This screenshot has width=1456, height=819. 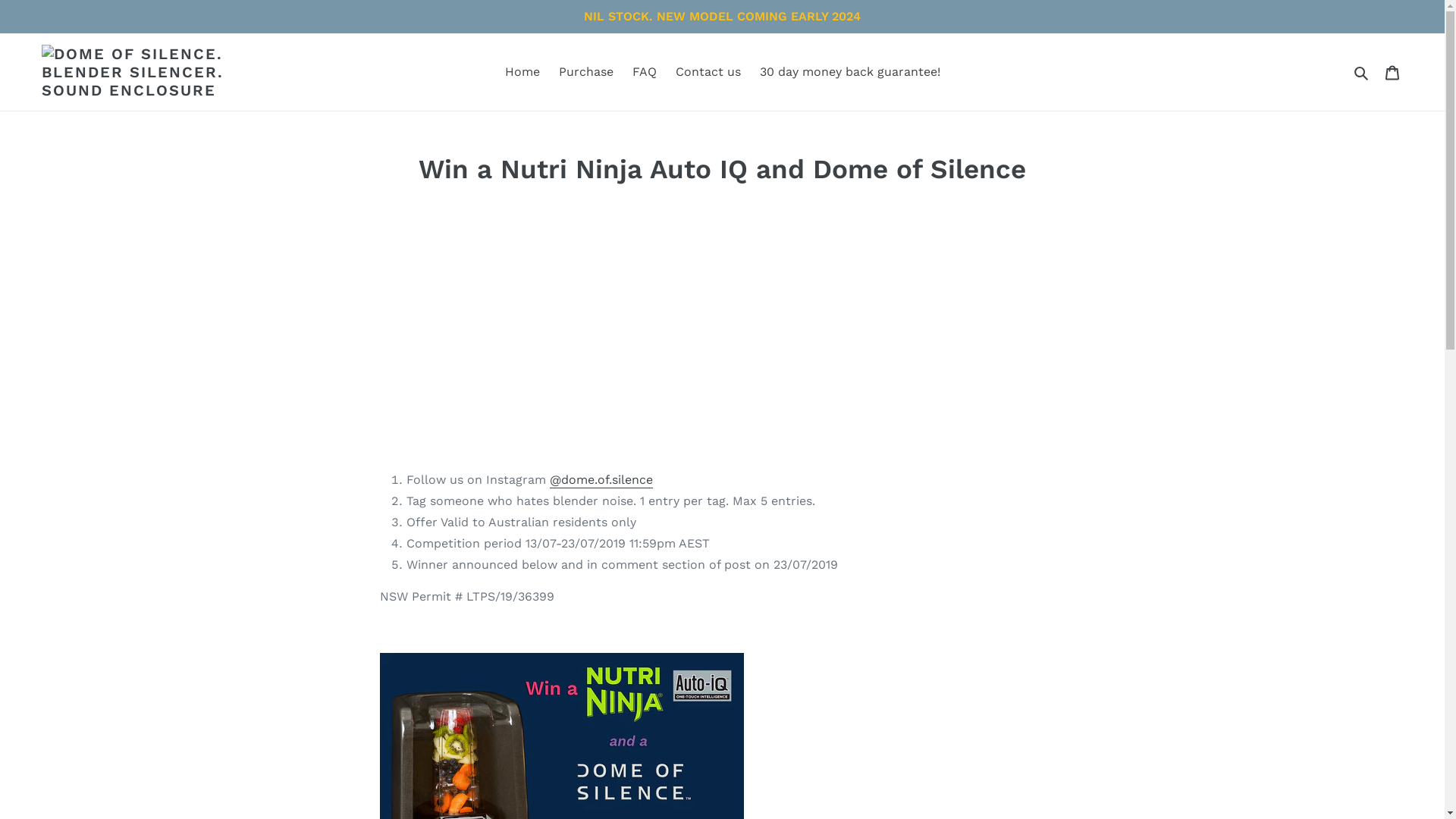 What do you see at coordinates (1362, 72) in the screenshot?
I see `'Submit'` at bounding box center [1362, 72].